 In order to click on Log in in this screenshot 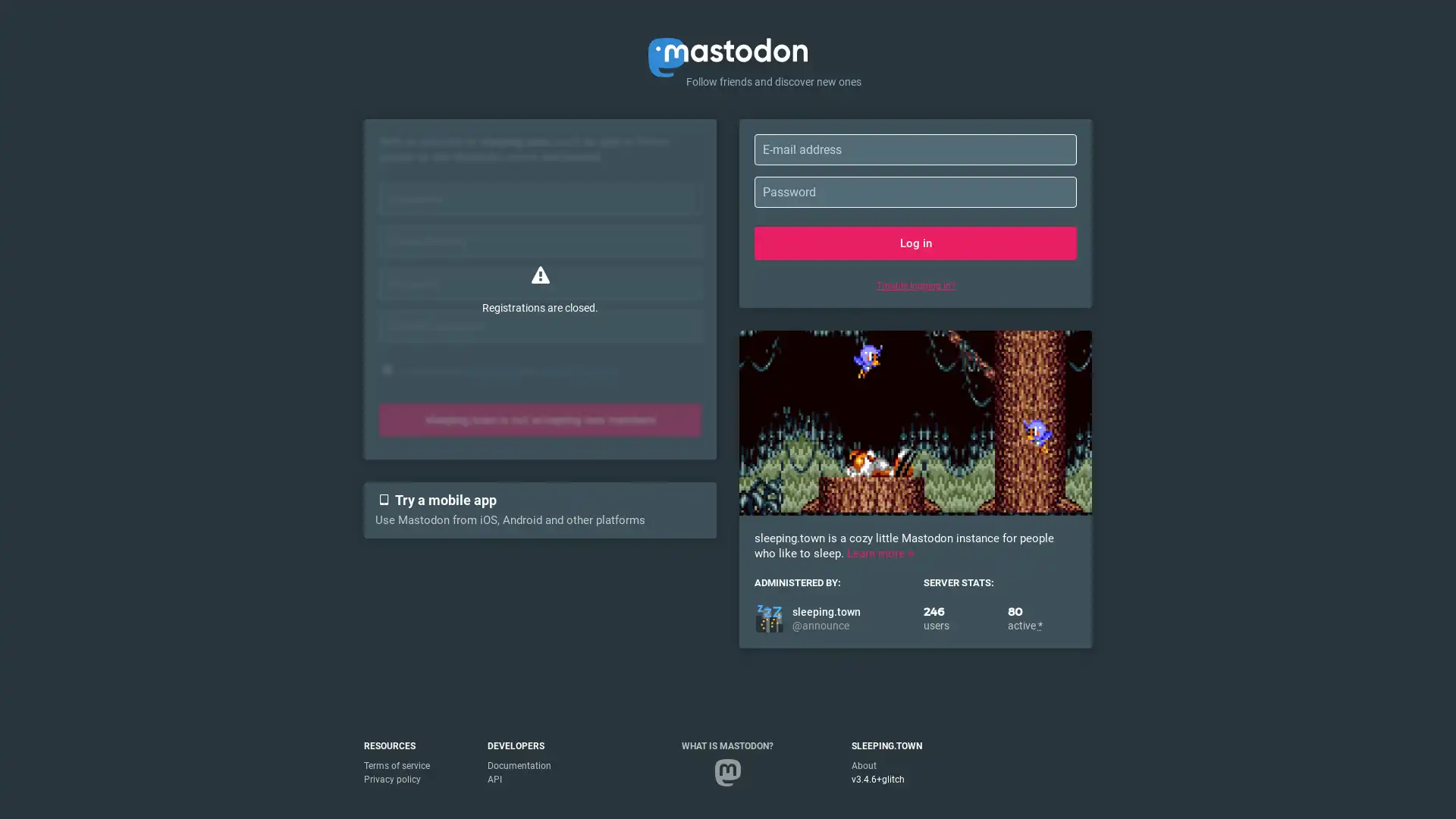, I will do `click(915, 242)`.